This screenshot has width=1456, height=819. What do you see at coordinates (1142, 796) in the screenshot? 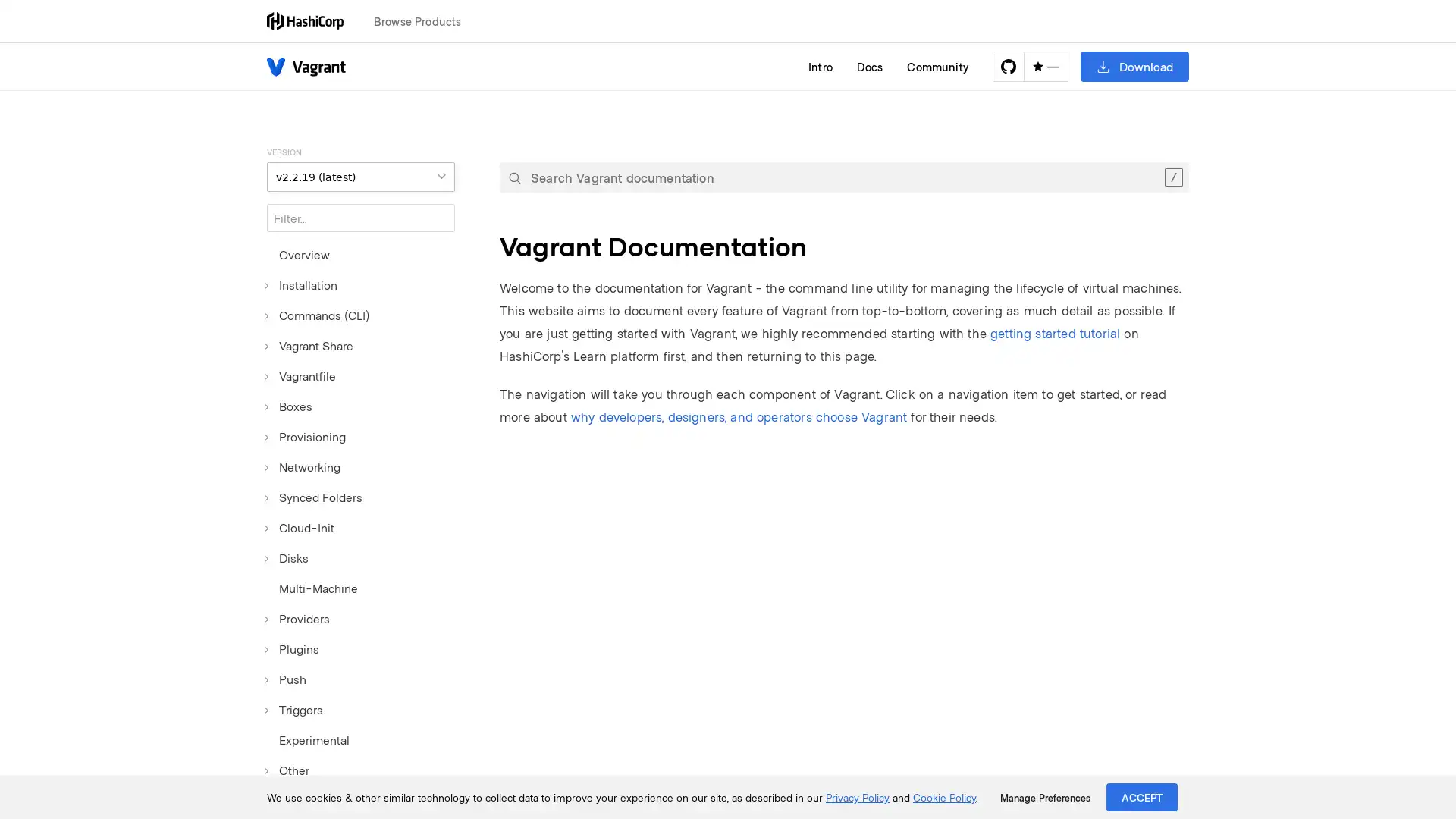
I see `ACCEPT` at bounding box center [1142, 796].